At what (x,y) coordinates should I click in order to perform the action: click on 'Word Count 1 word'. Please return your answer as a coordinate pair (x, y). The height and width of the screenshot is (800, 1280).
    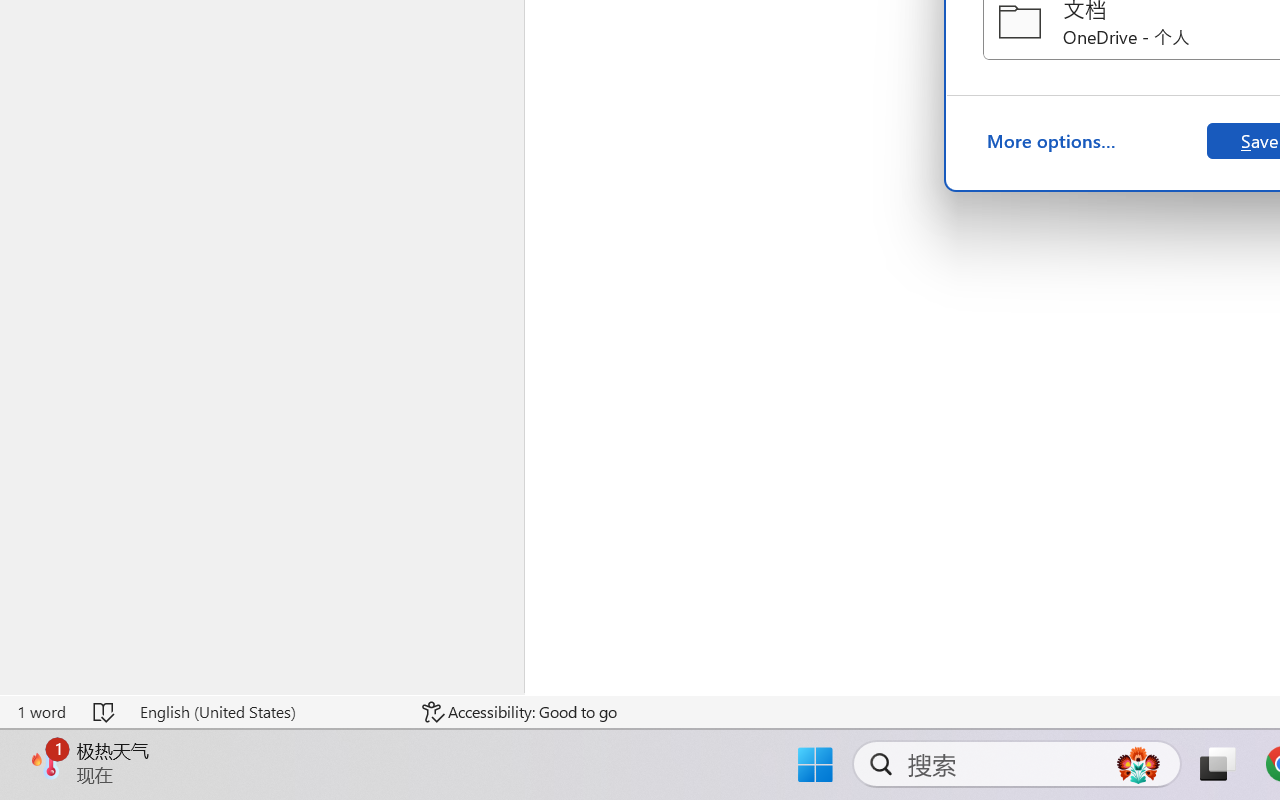
    Looking at the image, I should click on (41, 711).